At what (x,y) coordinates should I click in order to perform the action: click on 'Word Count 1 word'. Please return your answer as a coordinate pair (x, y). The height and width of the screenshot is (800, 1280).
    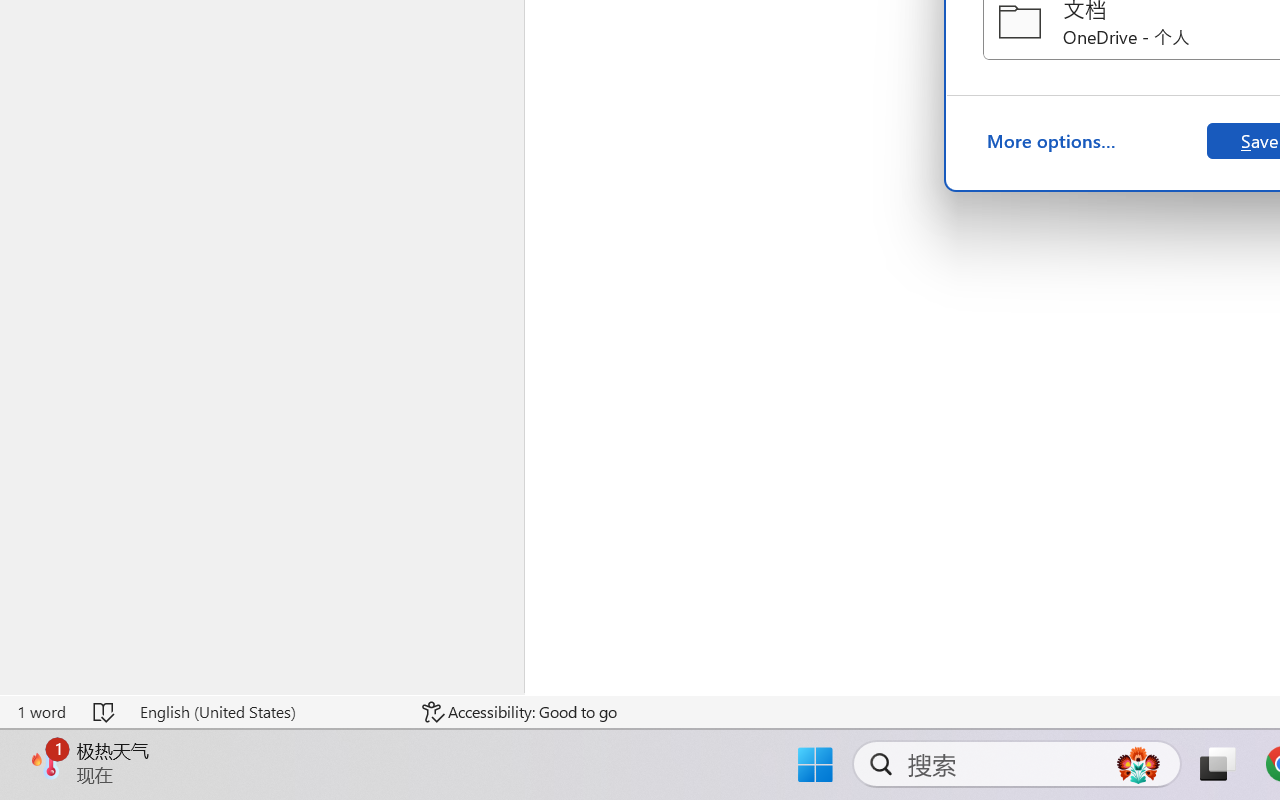
    Looking at the image, I should click on (41, 711).